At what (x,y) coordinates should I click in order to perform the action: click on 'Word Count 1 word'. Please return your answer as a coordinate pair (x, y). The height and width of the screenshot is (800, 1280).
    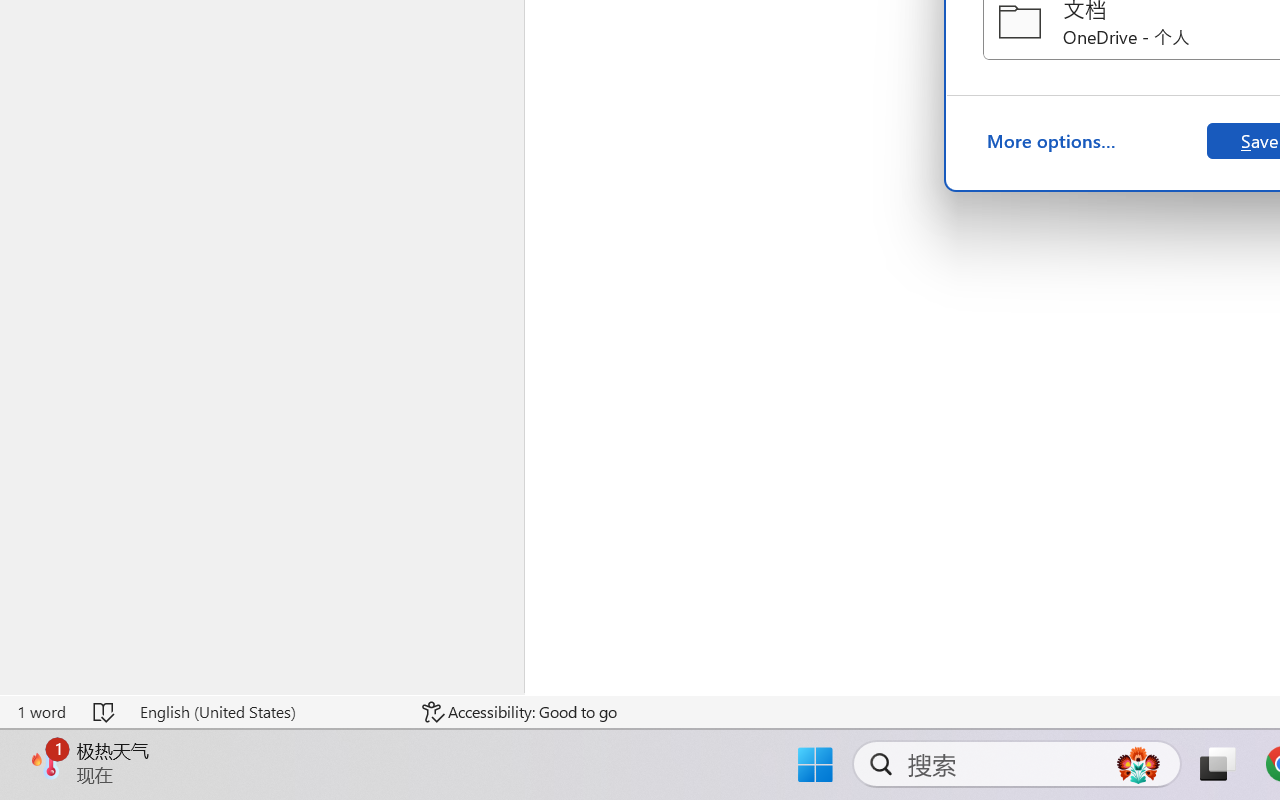
    Looking at the image, I should click on (41, 711).